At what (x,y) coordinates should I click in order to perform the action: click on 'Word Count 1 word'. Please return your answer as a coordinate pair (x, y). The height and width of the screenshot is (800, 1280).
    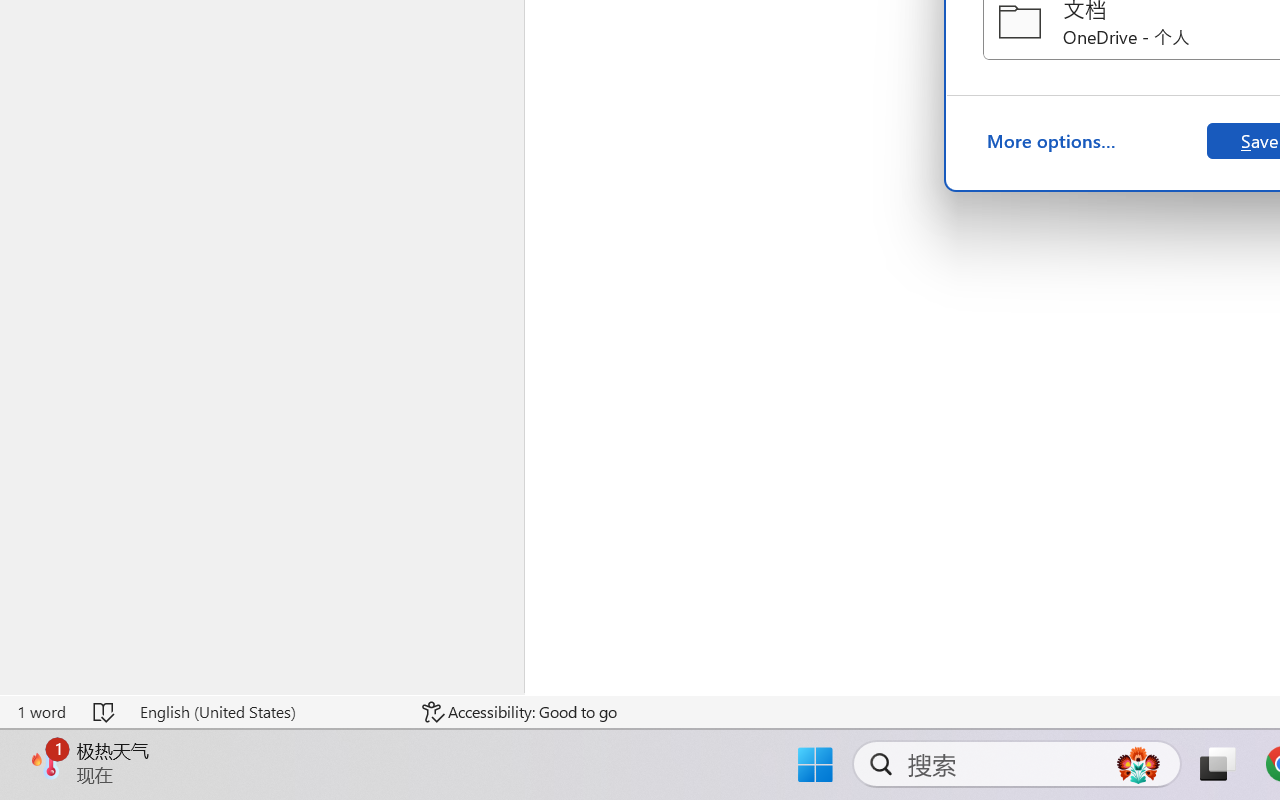
    Looking at the image, I should click on (41, 711).